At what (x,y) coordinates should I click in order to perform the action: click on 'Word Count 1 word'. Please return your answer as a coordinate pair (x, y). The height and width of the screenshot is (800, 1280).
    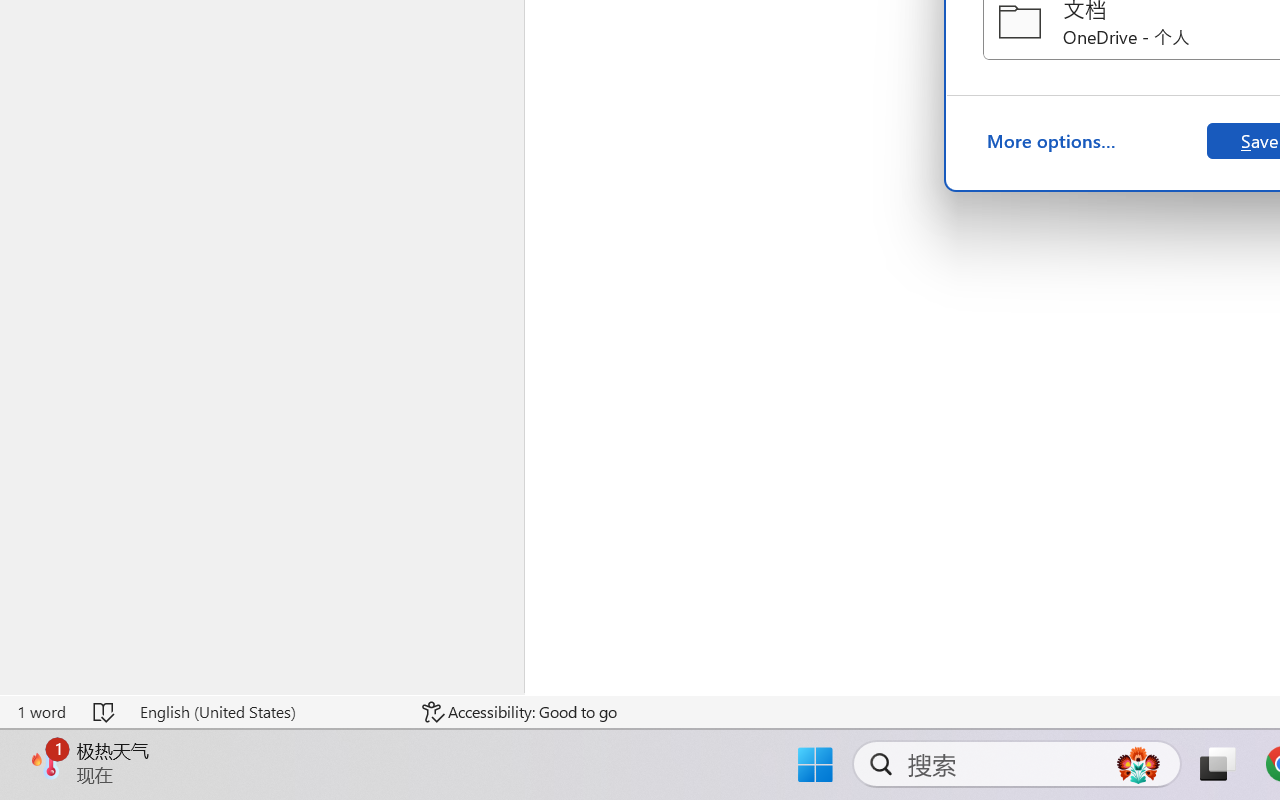
    Looking at the image, I should click on (41, 711).